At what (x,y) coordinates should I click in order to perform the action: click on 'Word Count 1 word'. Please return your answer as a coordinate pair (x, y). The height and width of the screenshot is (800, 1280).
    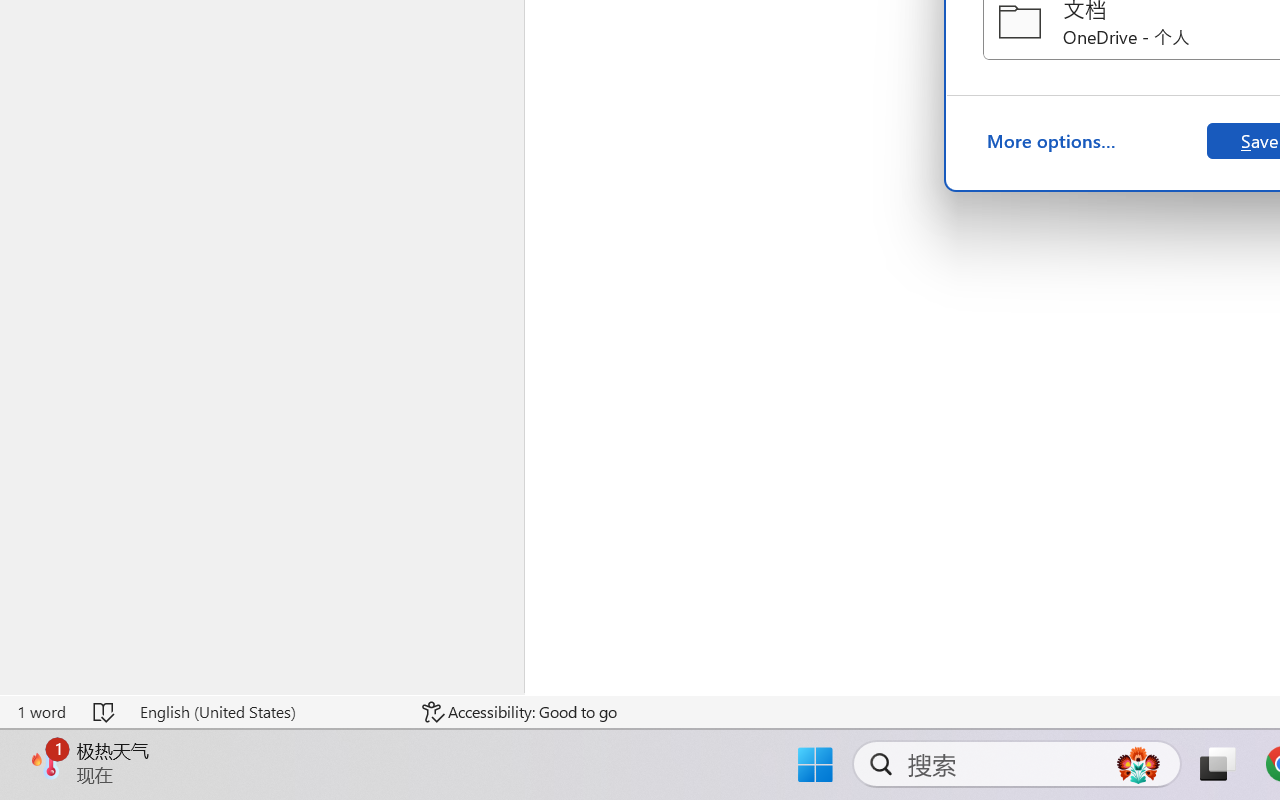
    Looking at the image, I should click on (41, 711).